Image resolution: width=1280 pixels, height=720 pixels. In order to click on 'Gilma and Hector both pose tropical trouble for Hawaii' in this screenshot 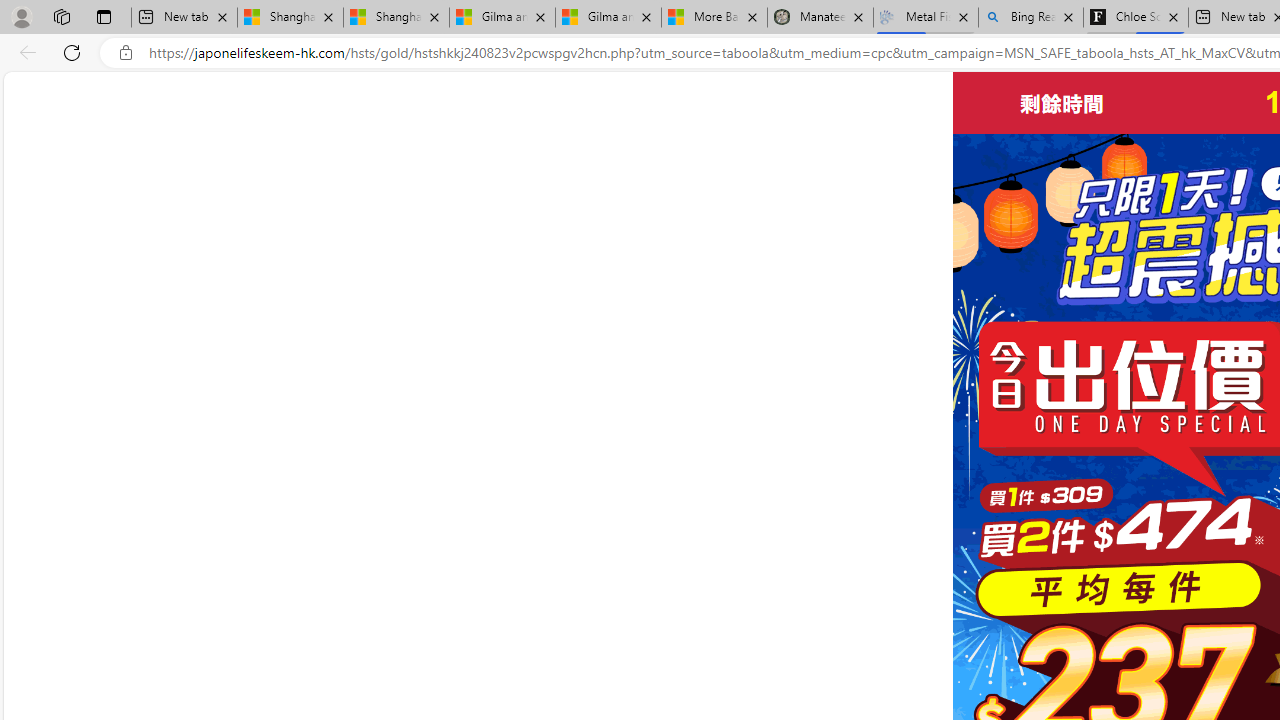, I will do `click(607, 17)`.